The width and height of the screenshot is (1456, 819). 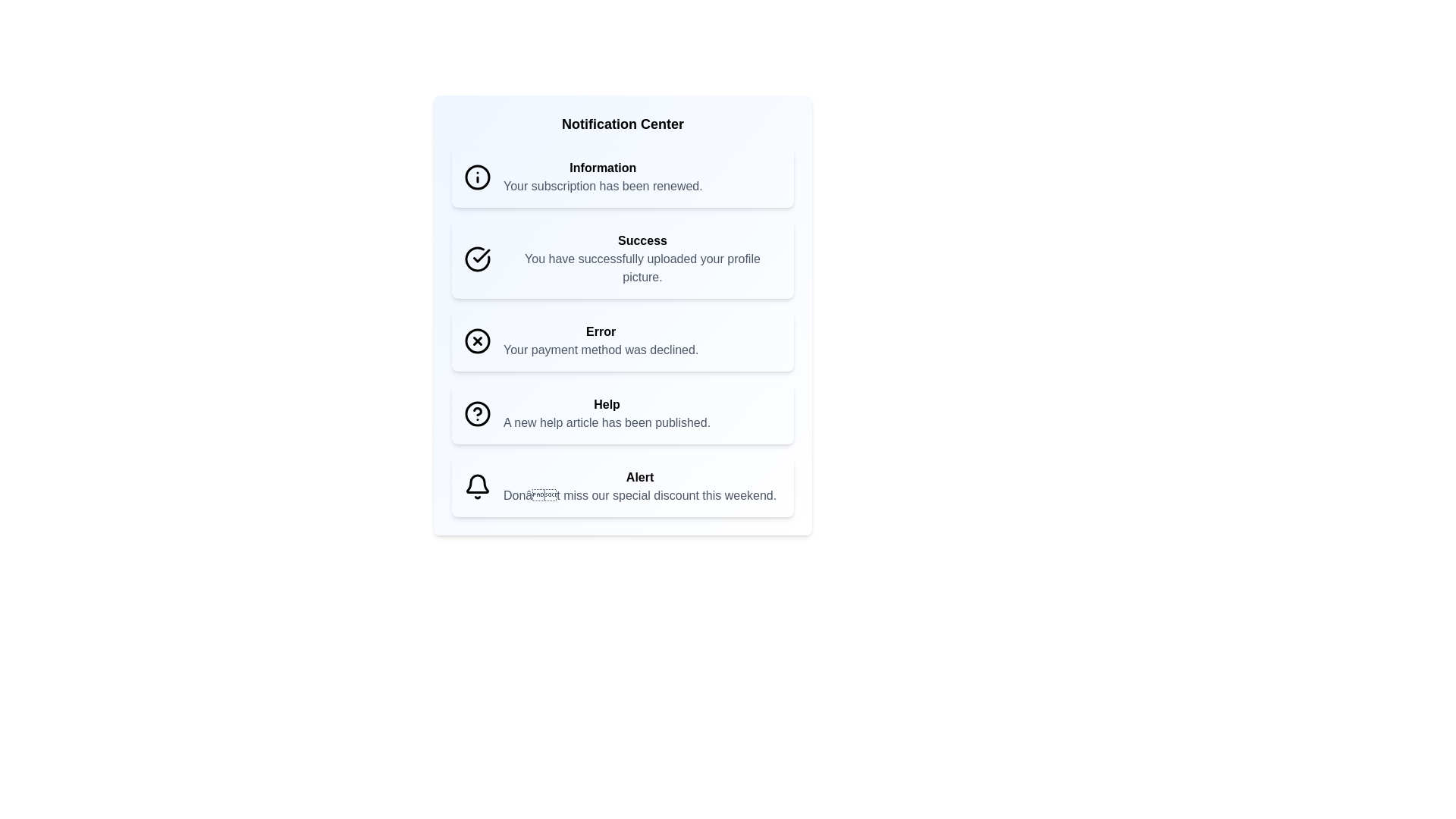 What do you see at coordinates (476, 341) in the screenshot?
I see `the notification icon for Error` at bounding box center [476, 341].